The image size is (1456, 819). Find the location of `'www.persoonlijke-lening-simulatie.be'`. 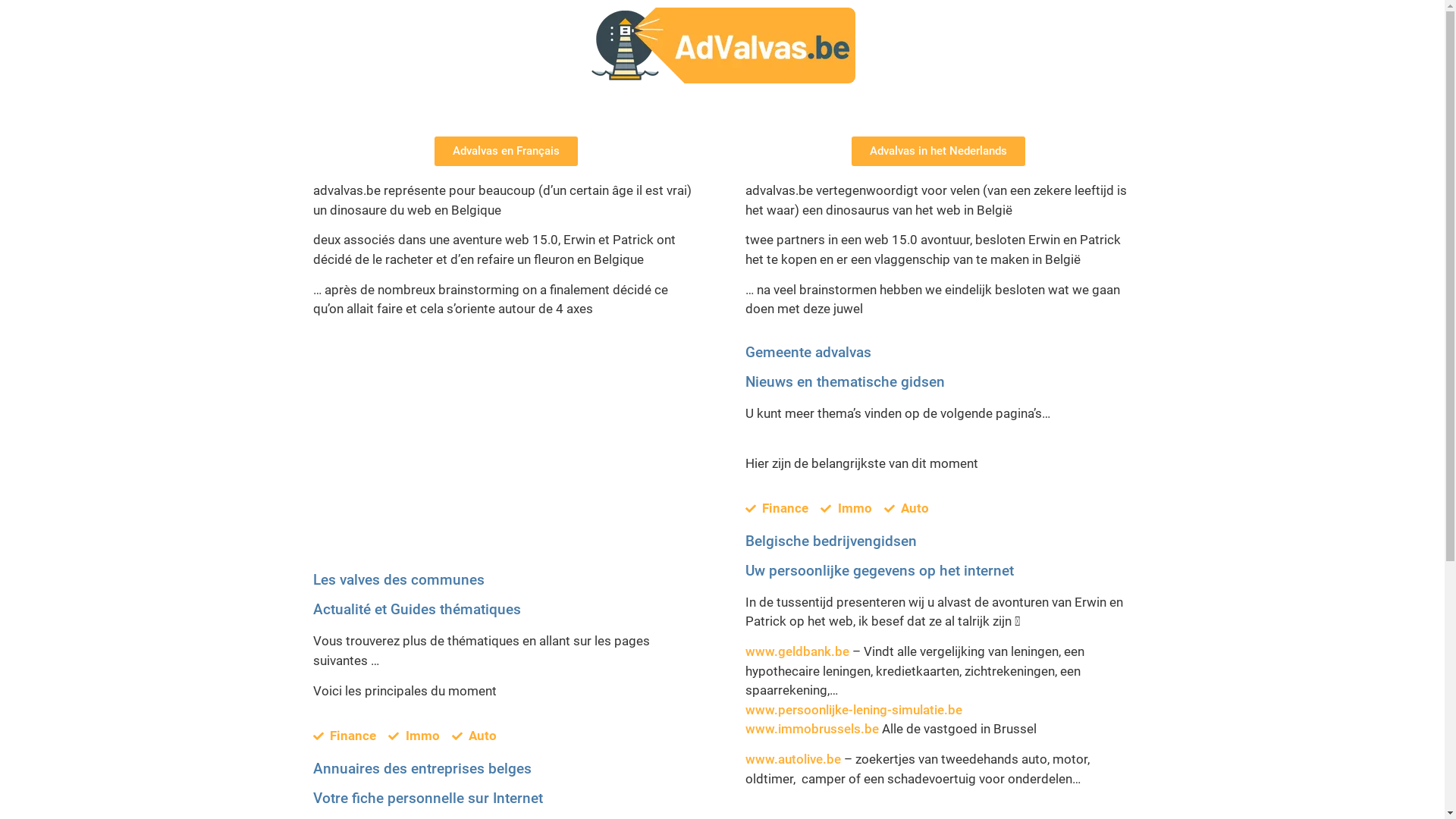

'www.persoonlijke-lening-simulatie.be' is located at coordinates (852, 710).